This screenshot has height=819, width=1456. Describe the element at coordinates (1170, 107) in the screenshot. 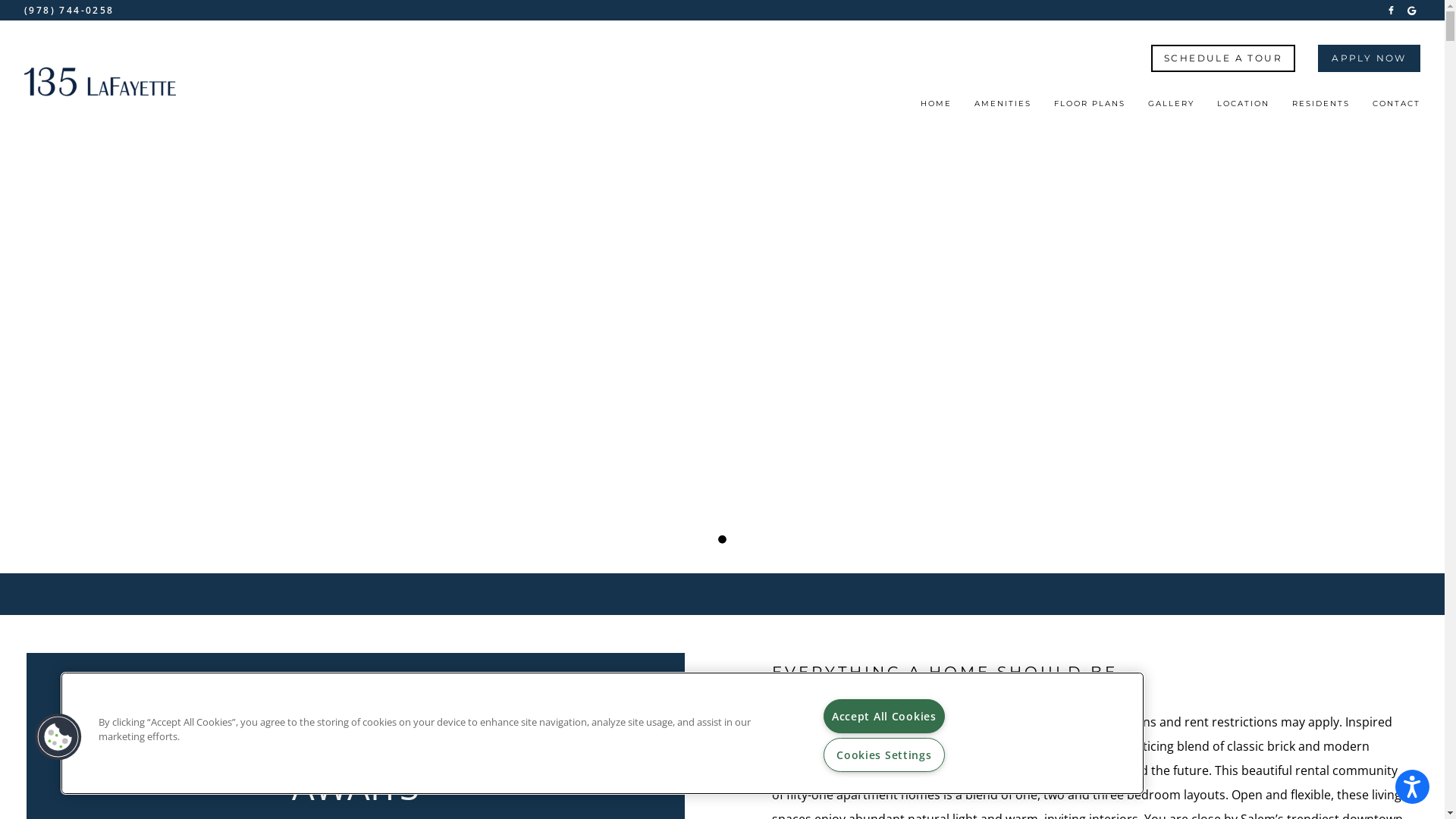

I see `'GALLERY'` at that location.